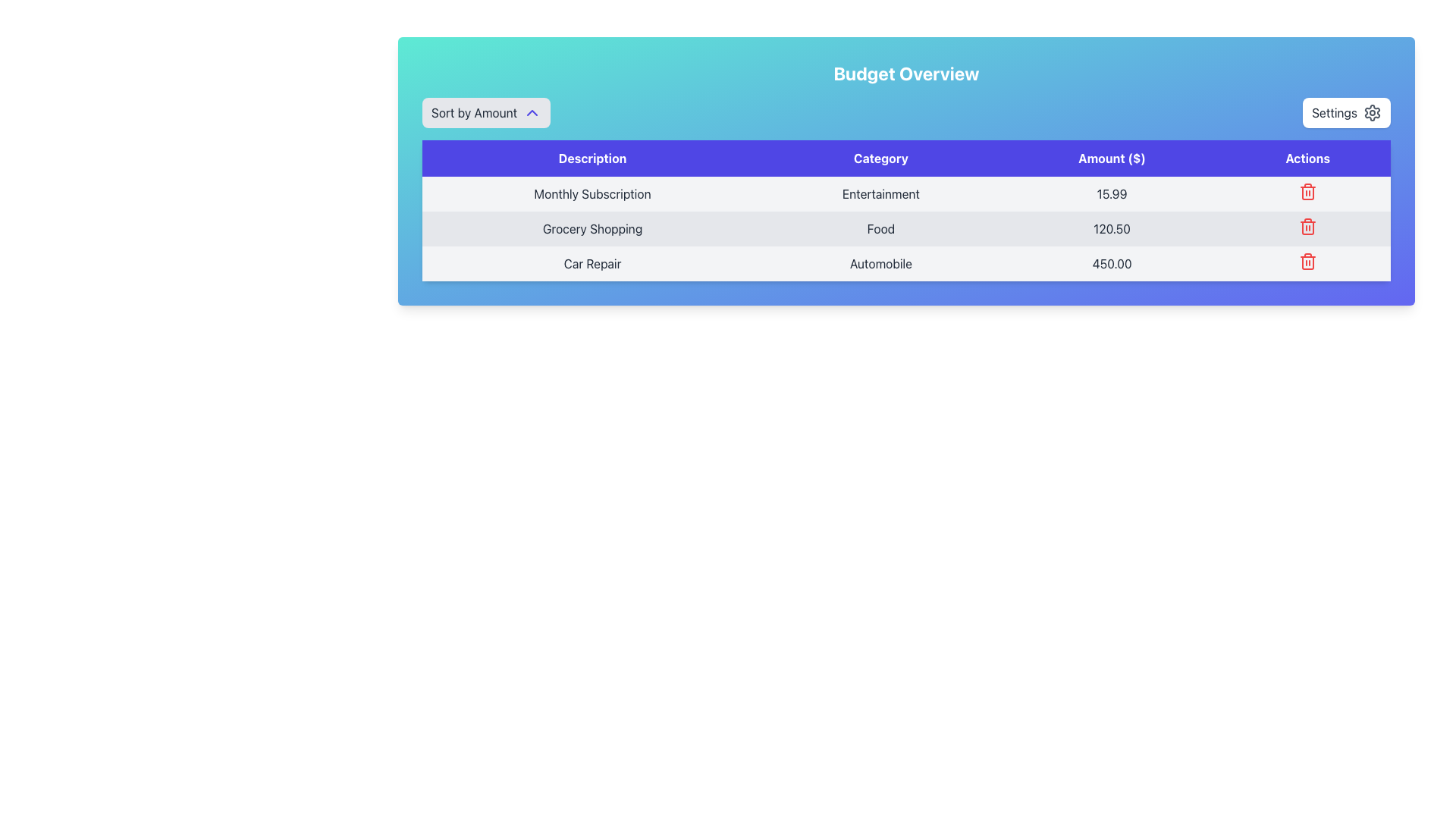 This screenshot has height=819, width=1456. Describe the element at coordinates (1112, 193) in the screenshot. I see `the text label displaying the amount in dollars for the 'Monthly Subscription' entry, which is located in the third cell of the first row under the 'Amount ($)' column` at that location.